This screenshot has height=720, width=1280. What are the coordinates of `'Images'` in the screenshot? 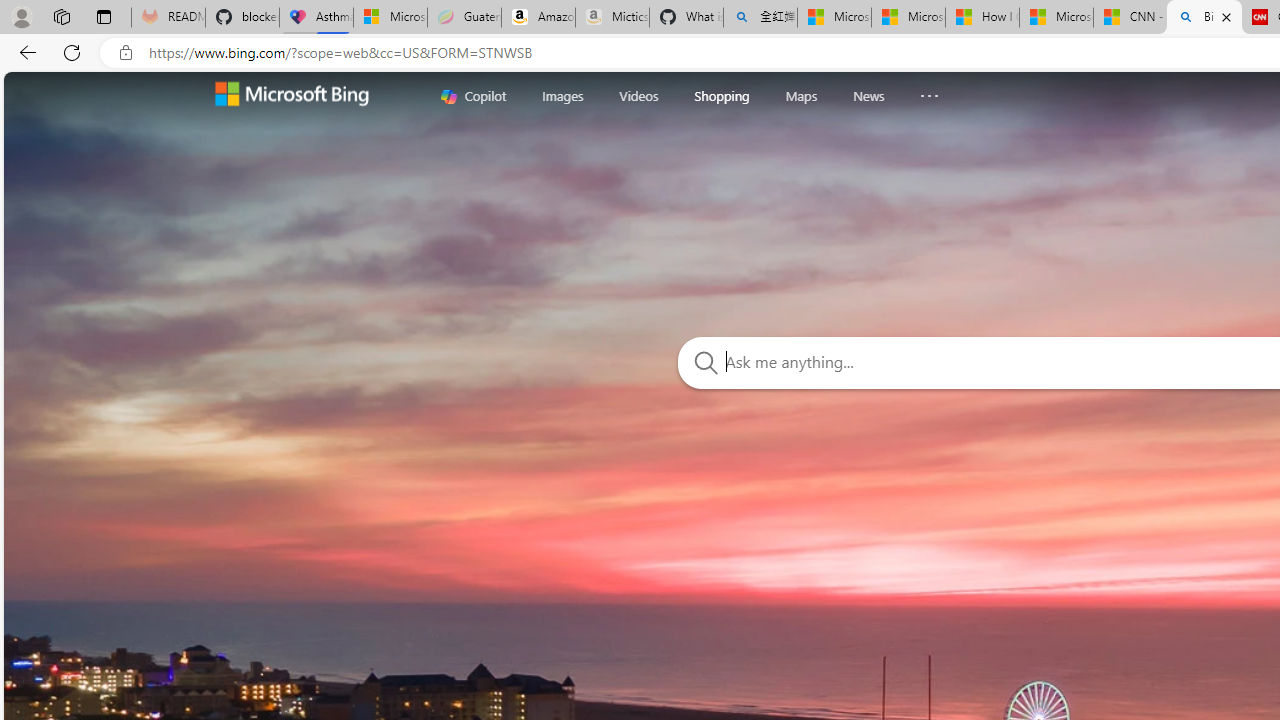 It's located at (561, 95).